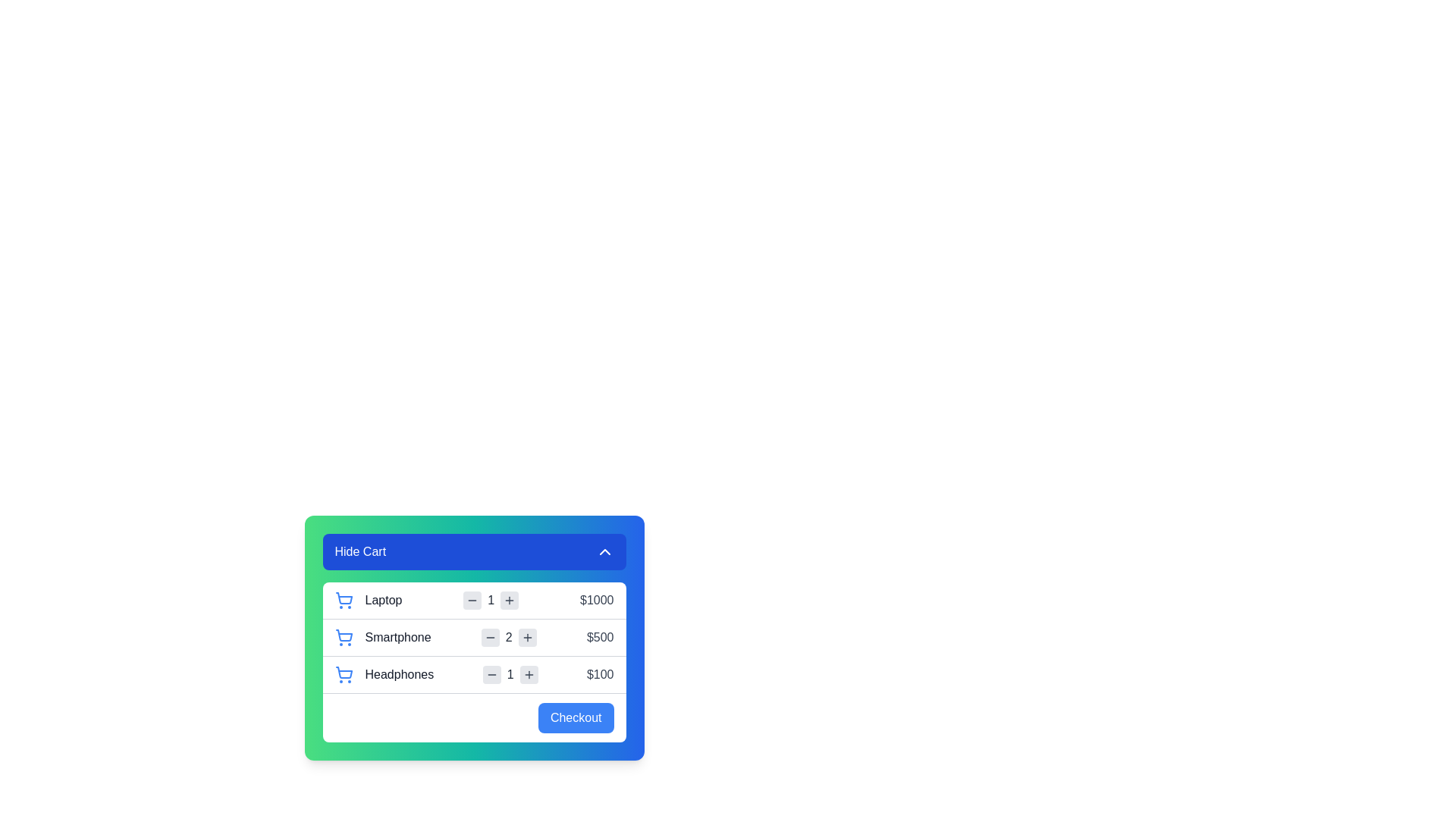 This screenshot has height=819, width=1456. Describe the element at coordinates (604, 552) in the screenshot. I see `the small upward-pointing chevron arrow icon button located at the top right corner of the blue 'Hide Cart' section` at that location.